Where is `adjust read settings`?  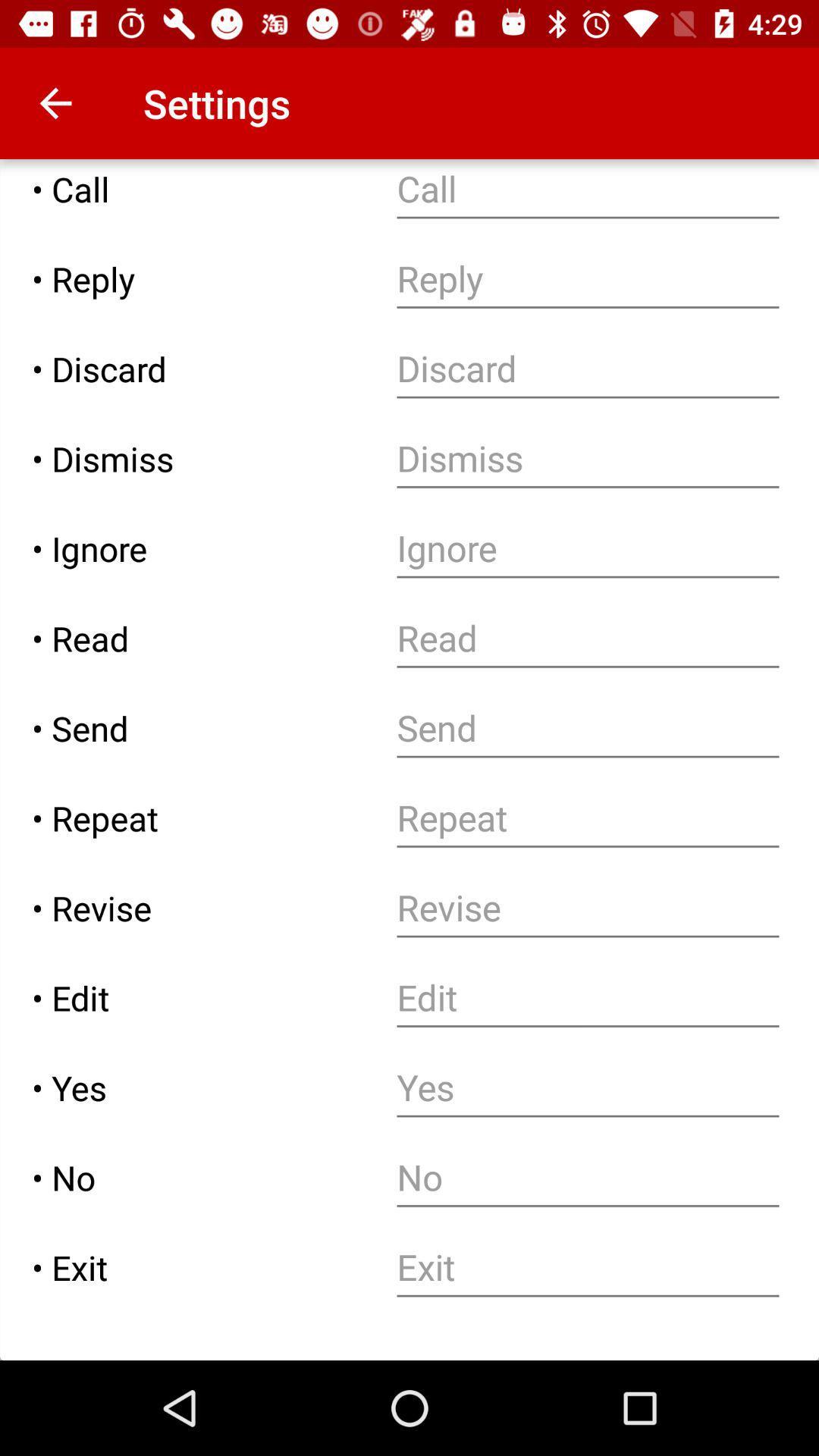 adjust read settings is located at coordinates (587, 639).